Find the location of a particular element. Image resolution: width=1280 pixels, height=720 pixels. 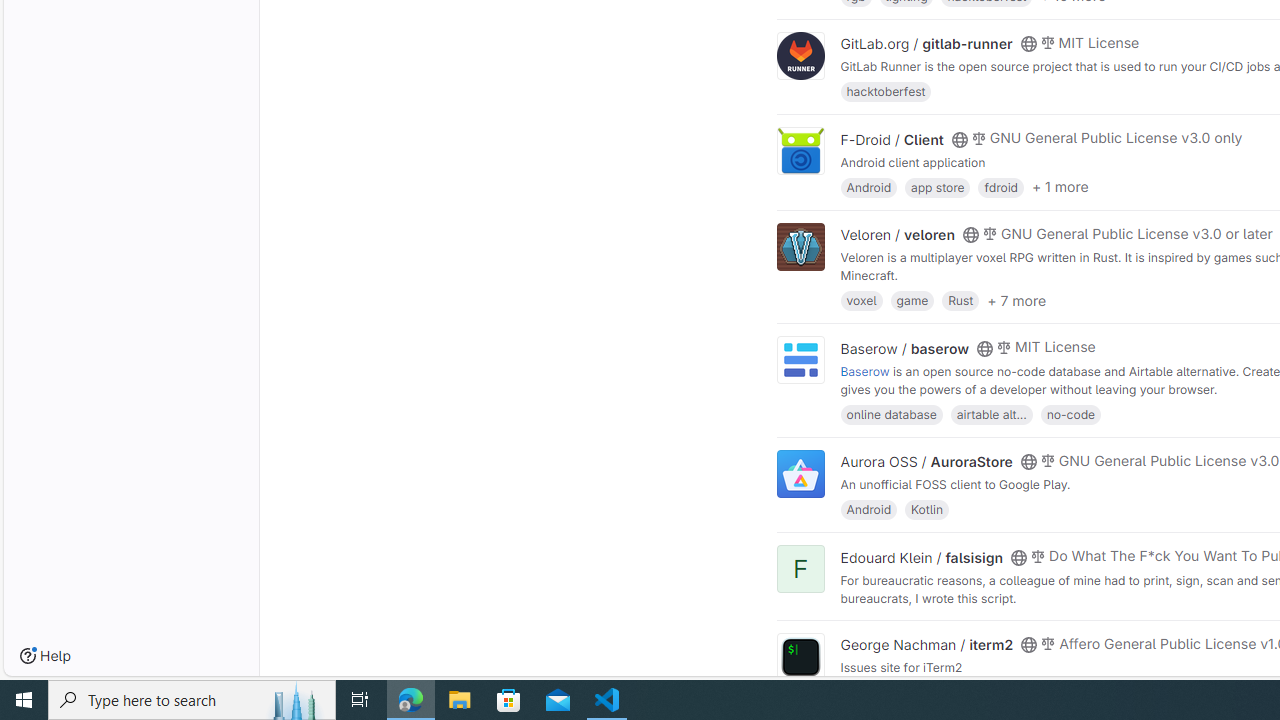

'Baserow / baserow' is located at coordinates (903, 347).